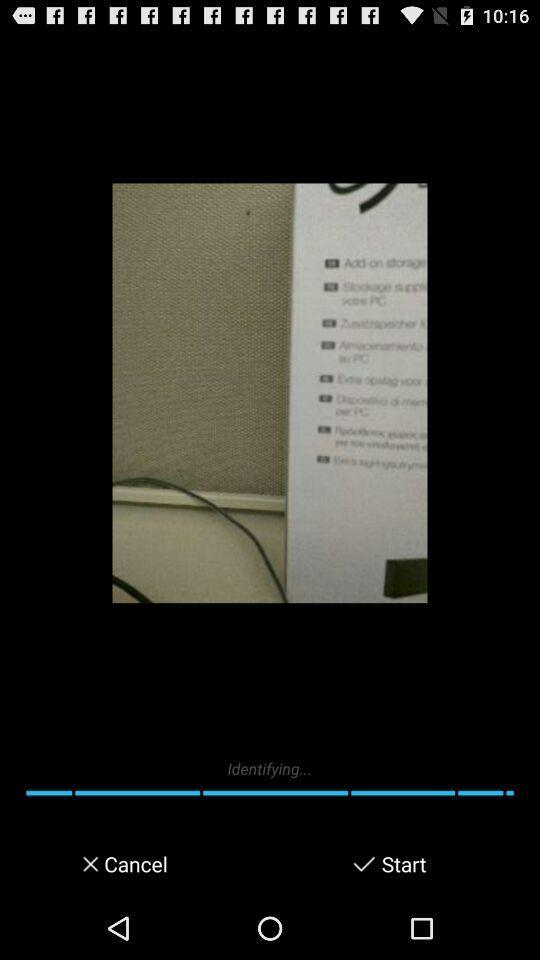  Describe the element at coordinates (83, 863) in the screenshot. I see `item next to cancel app` at that location.